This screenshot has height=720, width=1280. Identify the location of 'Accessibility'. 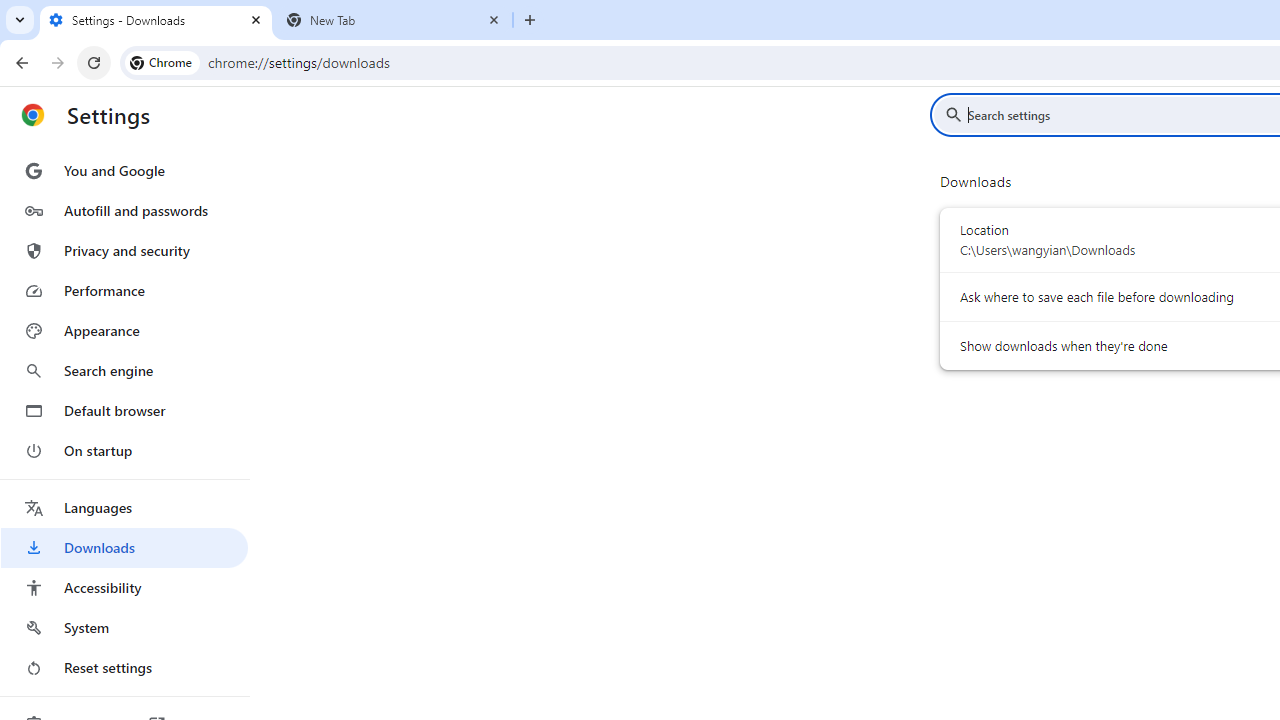
(123, 586).